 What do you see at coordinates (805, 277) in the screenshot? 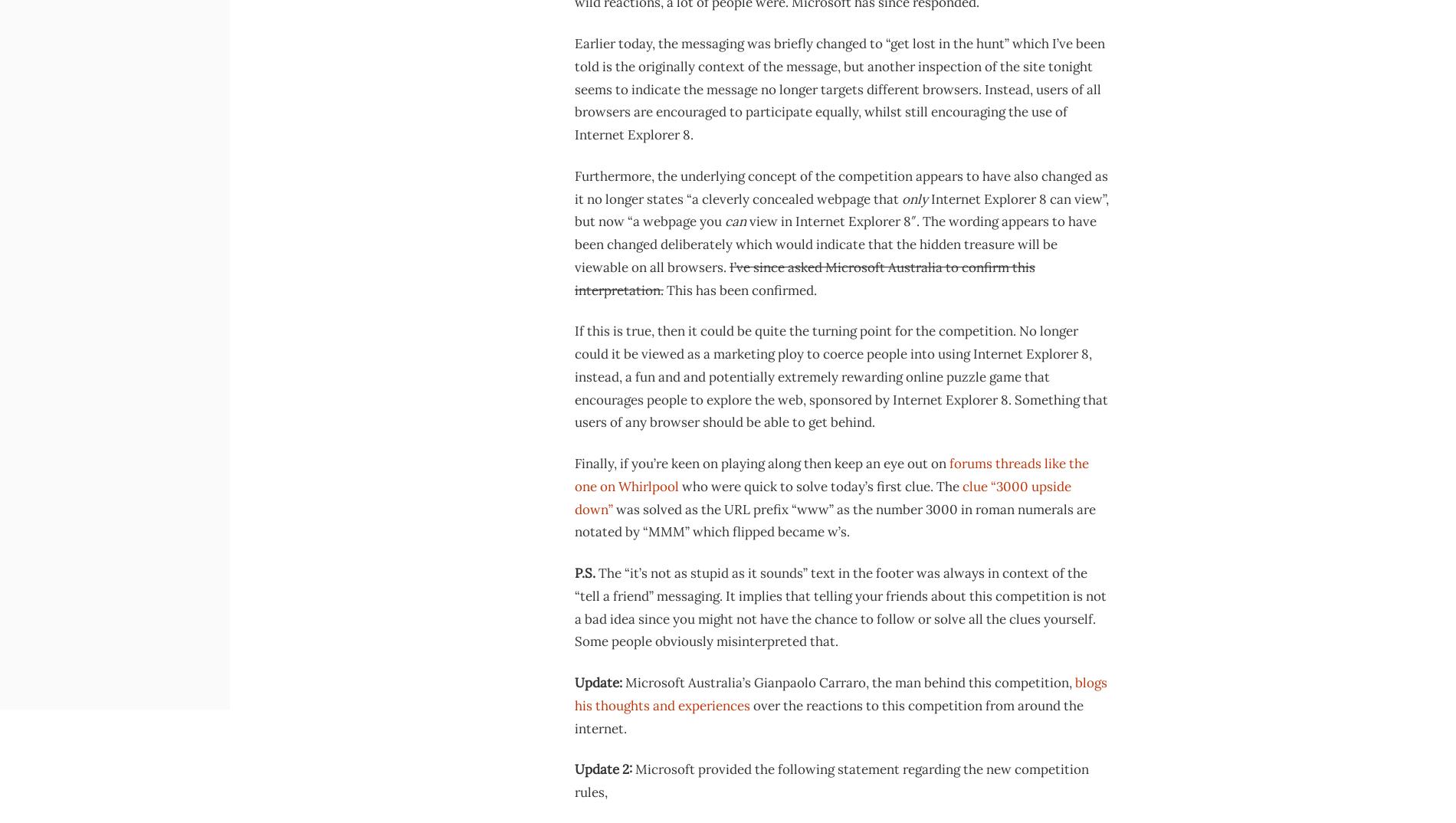
I see `'I’ve since asked Microsoft Australia to confirm this interpretation.'` at bounding box center [805, 277].